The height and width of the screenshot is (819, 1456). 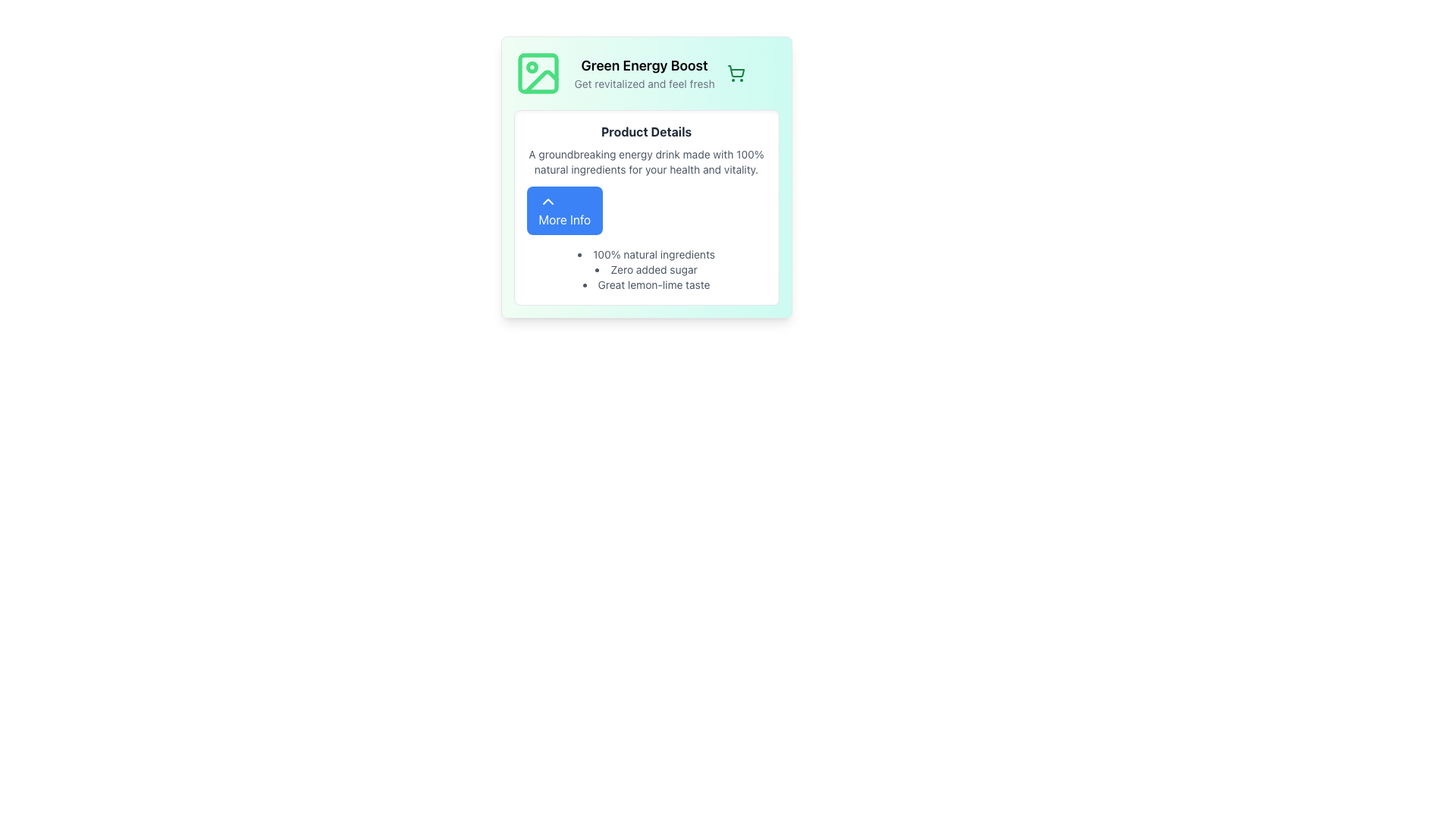 I want to click on the text element displaying '100% natural ingredients' in the 'Product Details' section of the interface, so click(x=646, y=253).